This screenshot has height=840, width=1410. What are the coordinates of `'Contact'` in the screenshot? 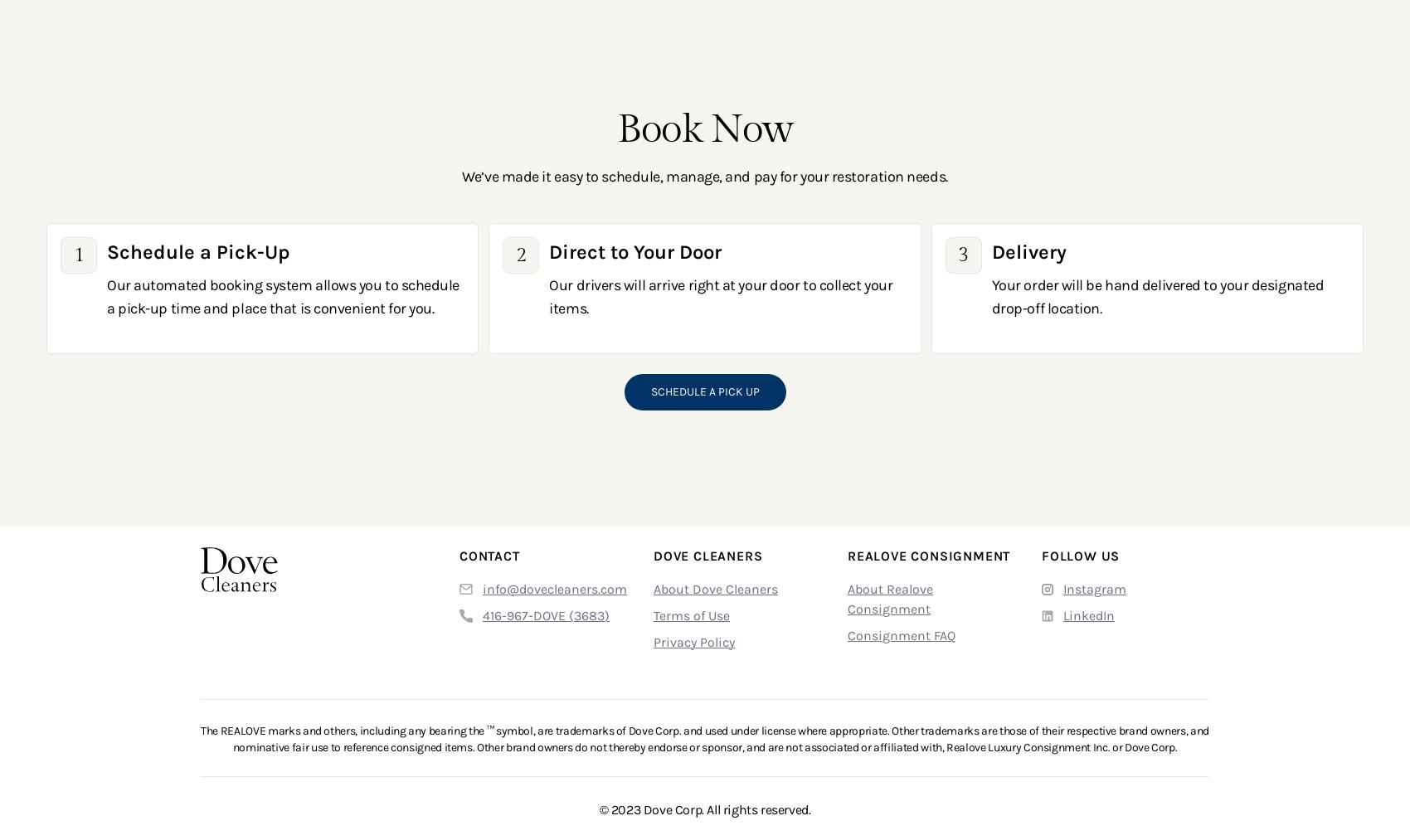 It's located at (489, 554).